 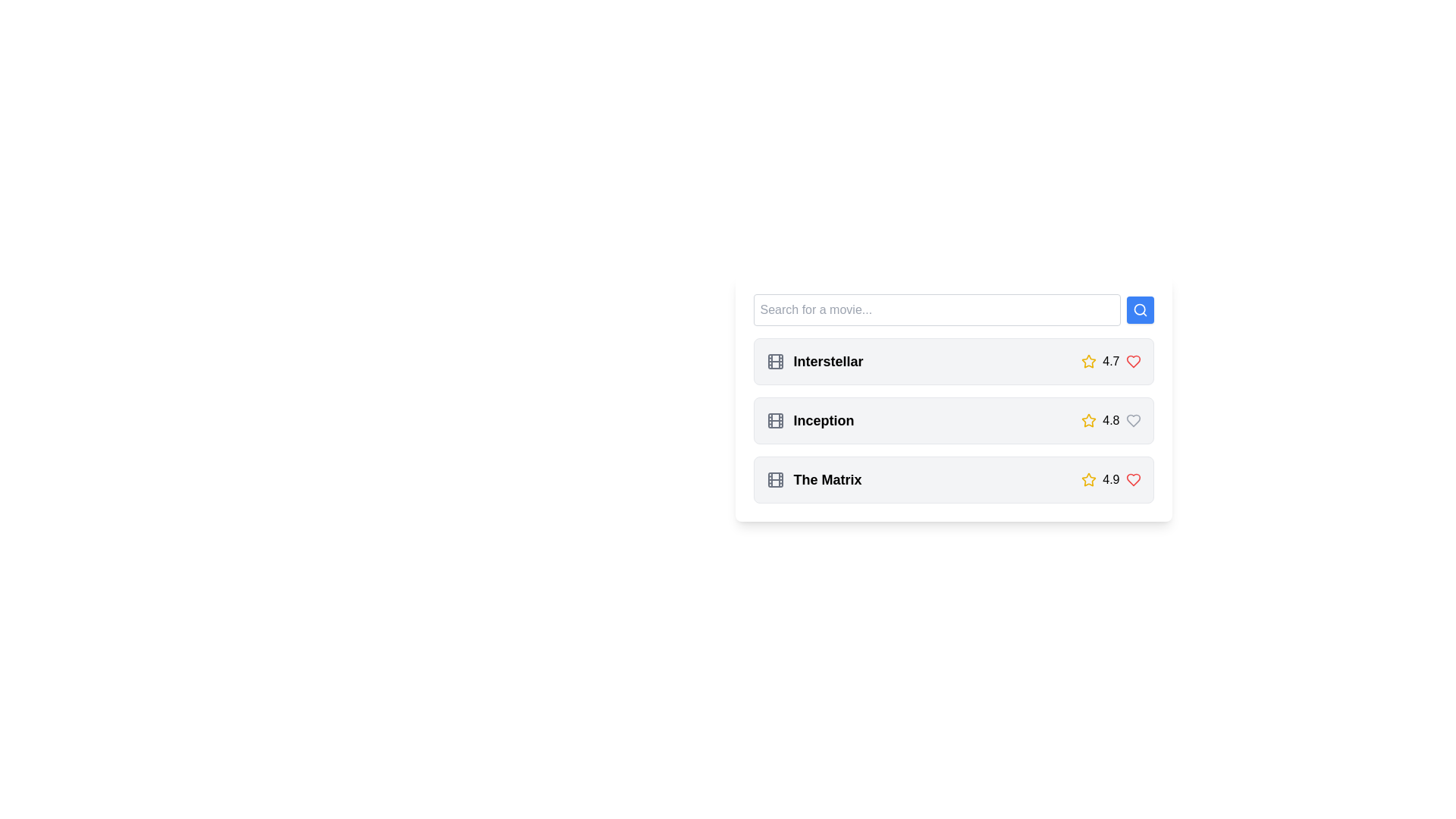 I want to click on the text label displaying the rating score of '4.9' for 'The Matrix' card, which is located at the right side of the yellow star icon and aligned with the red heart icon, so click(x=1111, y=479).